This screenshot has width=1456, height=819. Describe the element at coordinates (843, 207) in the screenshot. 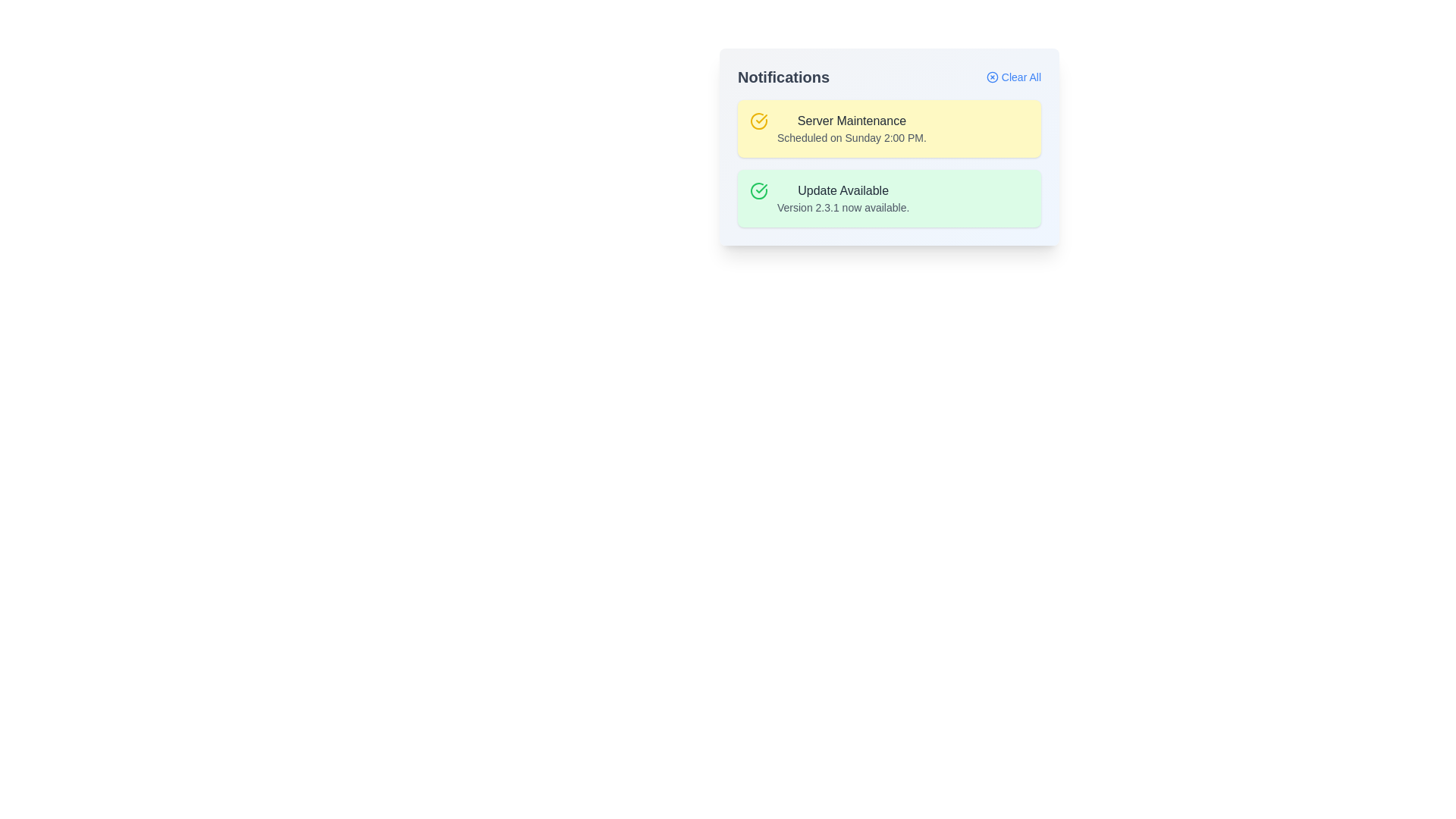

I see `the static text label indicating the availability of version 2.3.1, which is positioned under the 'Update Available' heading in the green notification box` at that location.